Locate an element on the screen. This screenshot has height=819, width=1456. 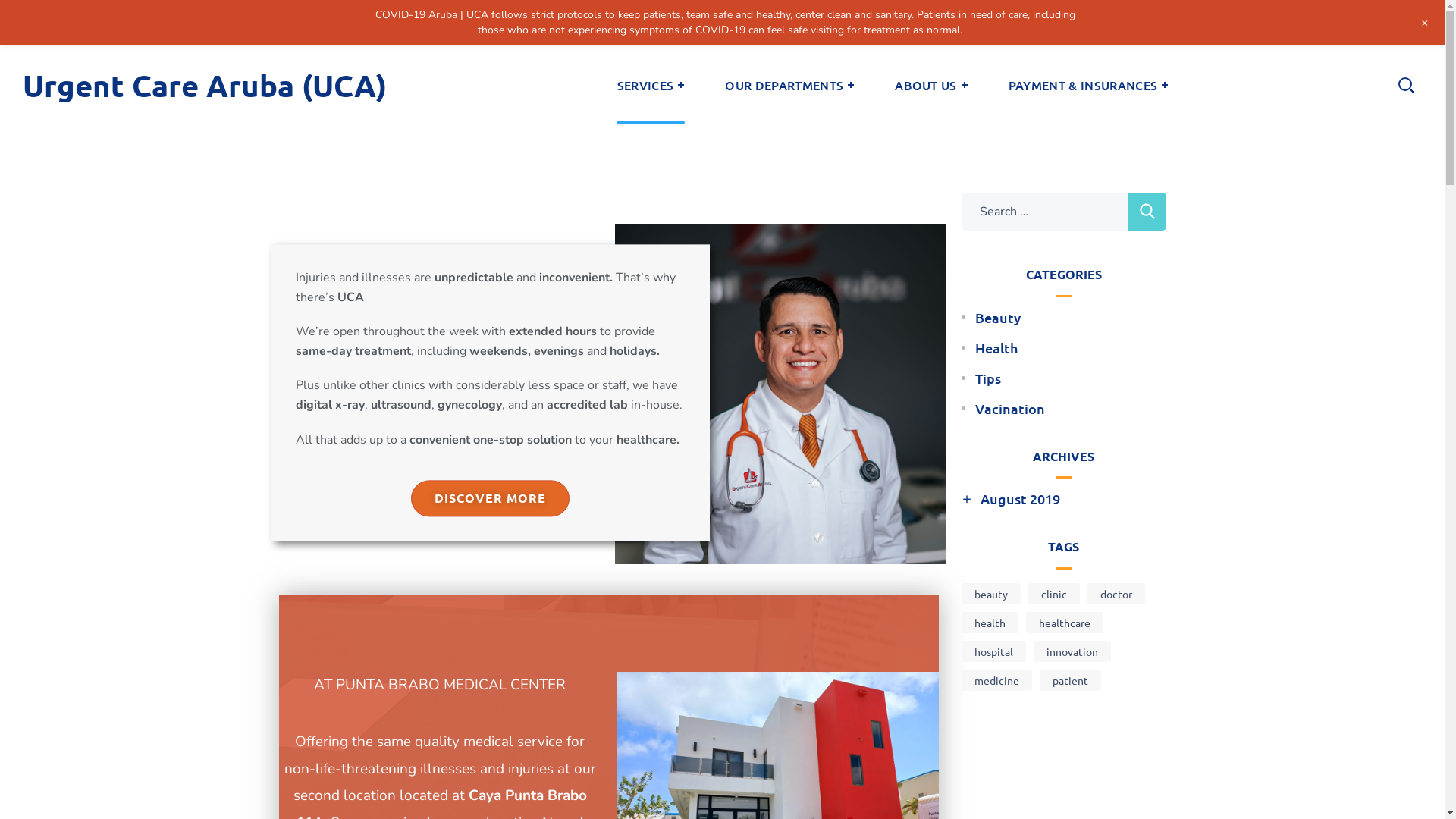
'Health' is located at coordinates (996, 348).